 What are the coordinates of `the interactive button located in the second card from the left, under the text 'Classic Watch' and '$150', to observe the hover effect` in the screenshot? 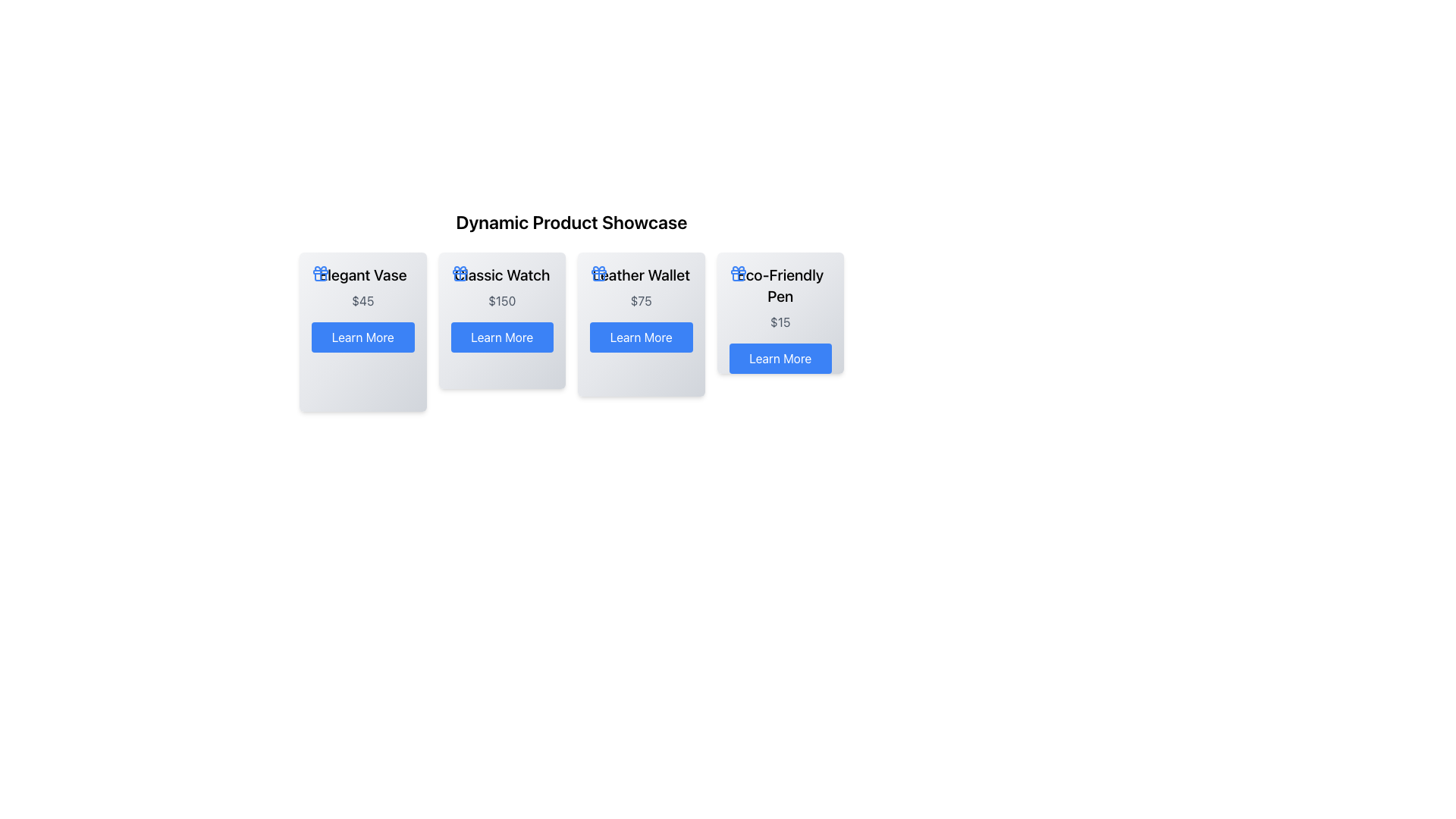 It's located at (502, 336).